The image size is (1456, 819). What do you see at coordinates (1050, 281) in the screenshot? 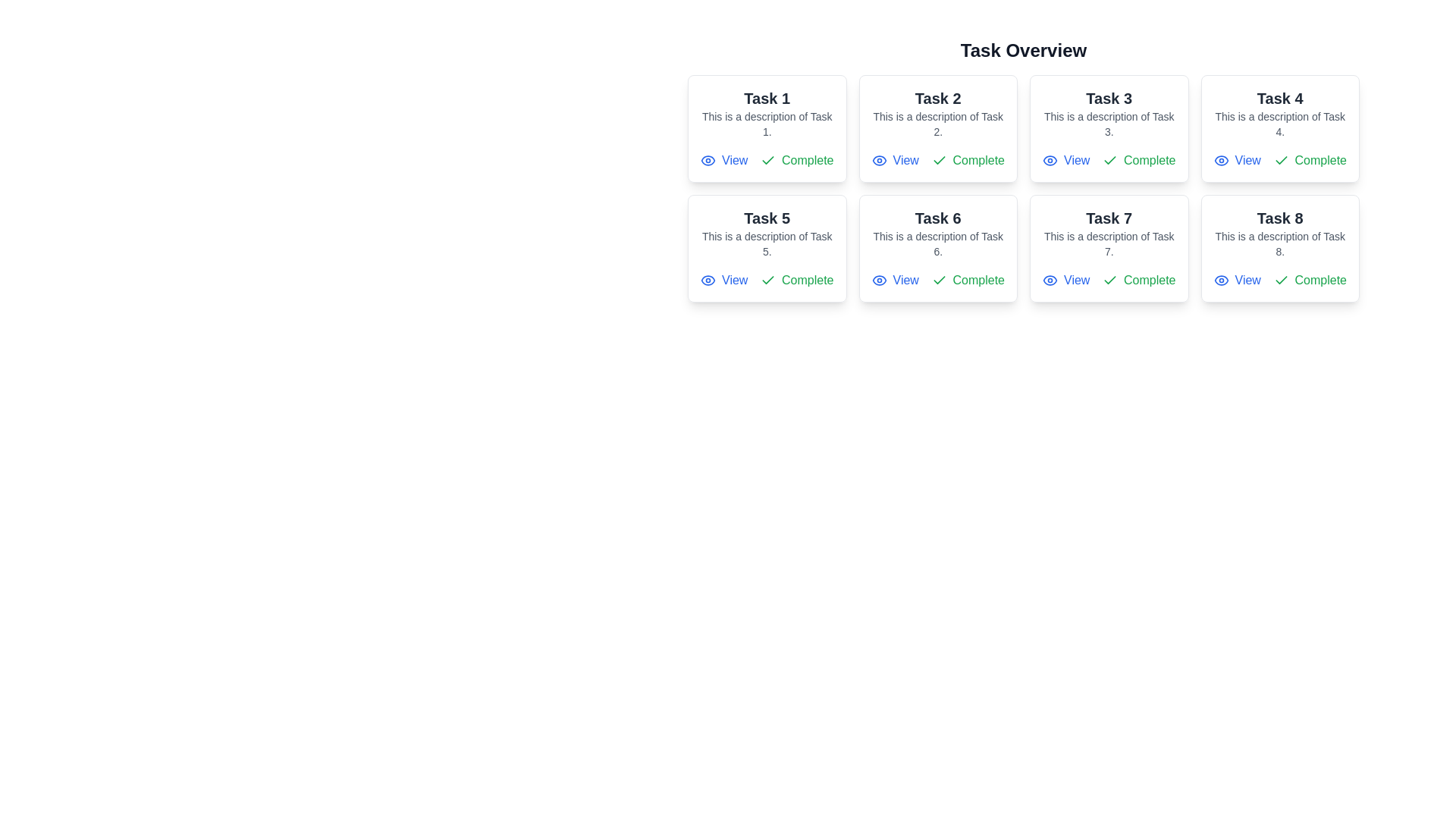
I see `the blue eye icon located inside the 'View' button for 'Task 7' in the task card layout` at bounding box center [1050, 281].